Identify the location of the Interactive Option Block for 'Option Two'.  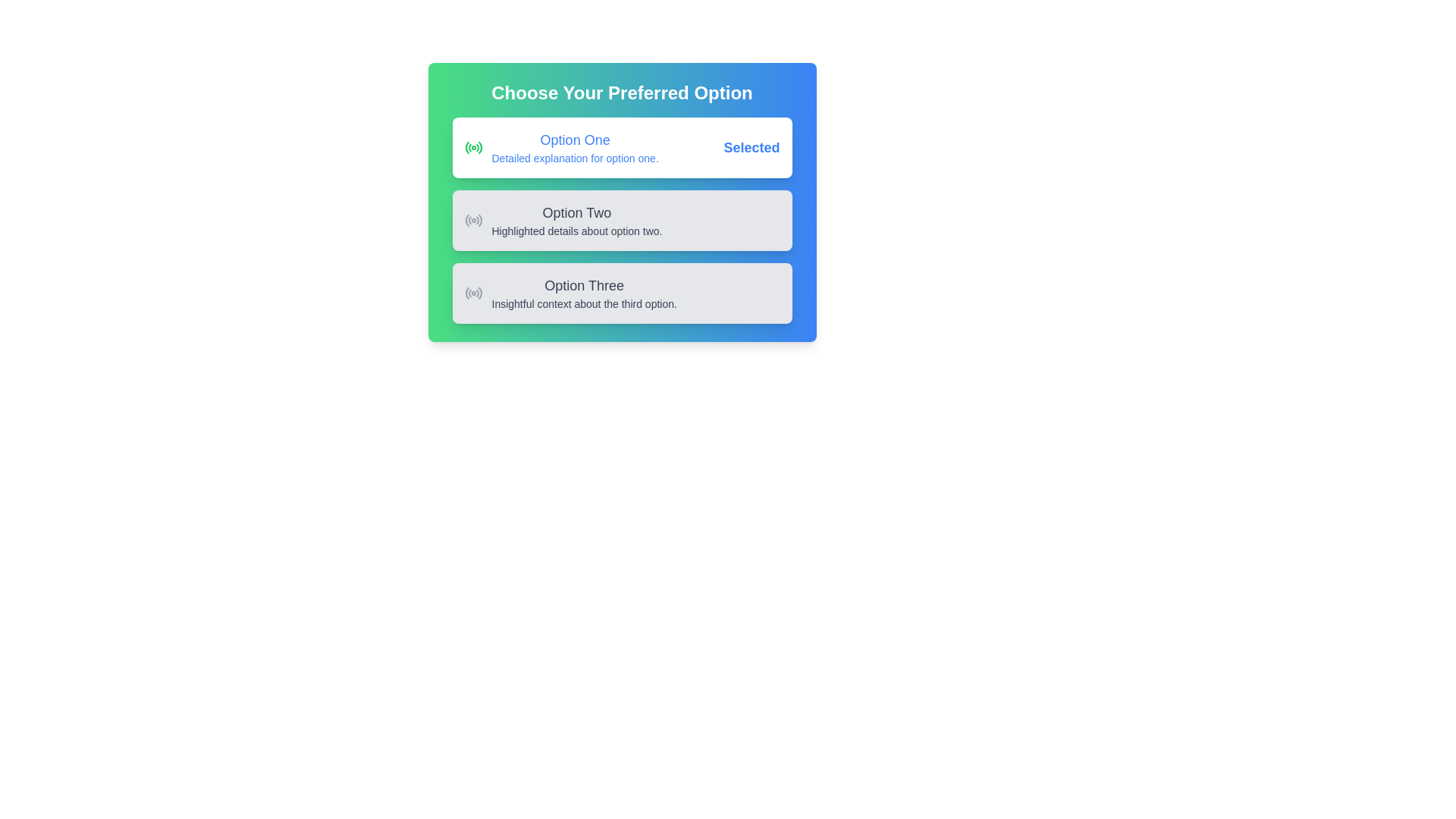
(563, 220).